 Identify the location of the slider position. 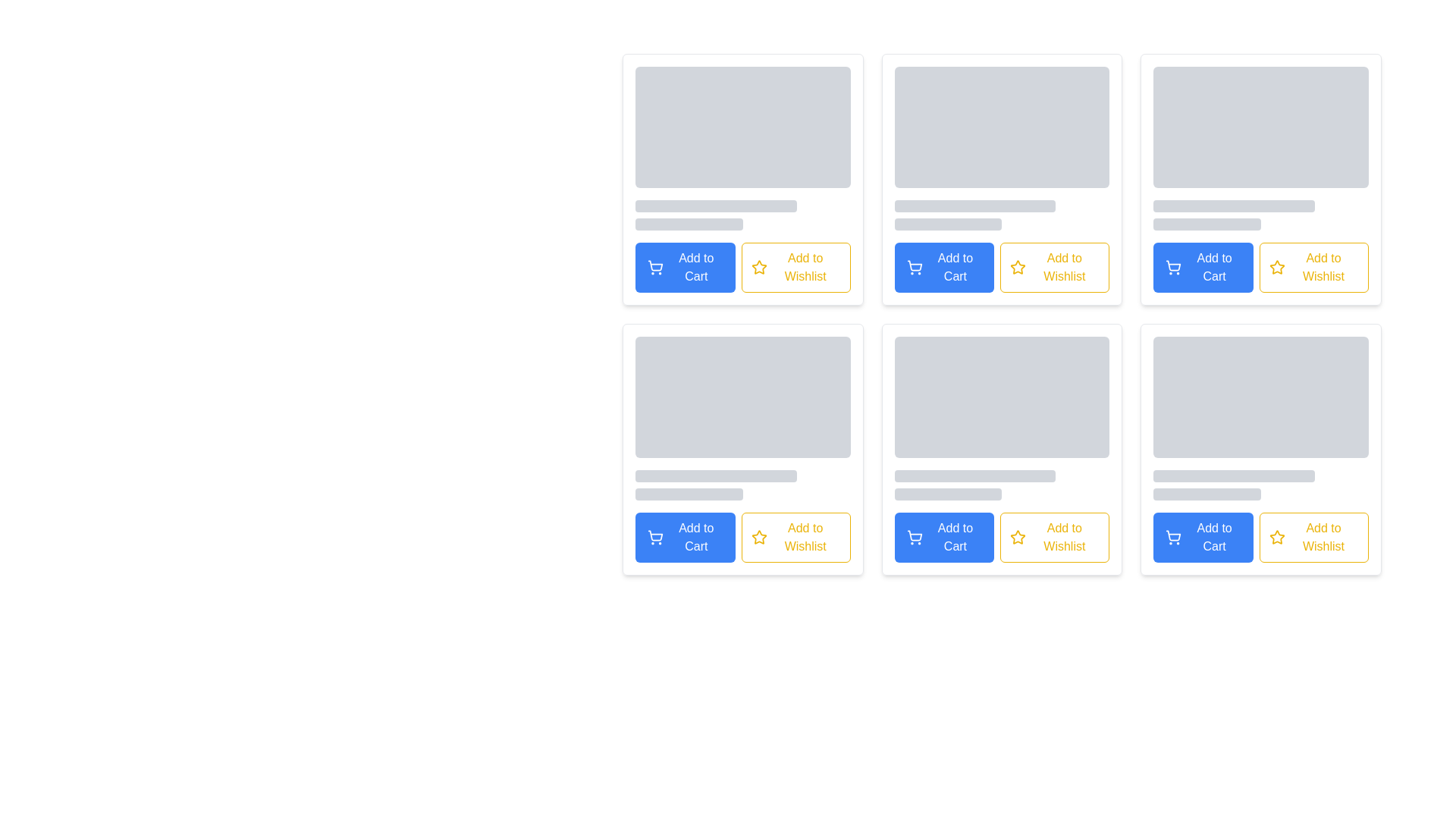
(968, 494).